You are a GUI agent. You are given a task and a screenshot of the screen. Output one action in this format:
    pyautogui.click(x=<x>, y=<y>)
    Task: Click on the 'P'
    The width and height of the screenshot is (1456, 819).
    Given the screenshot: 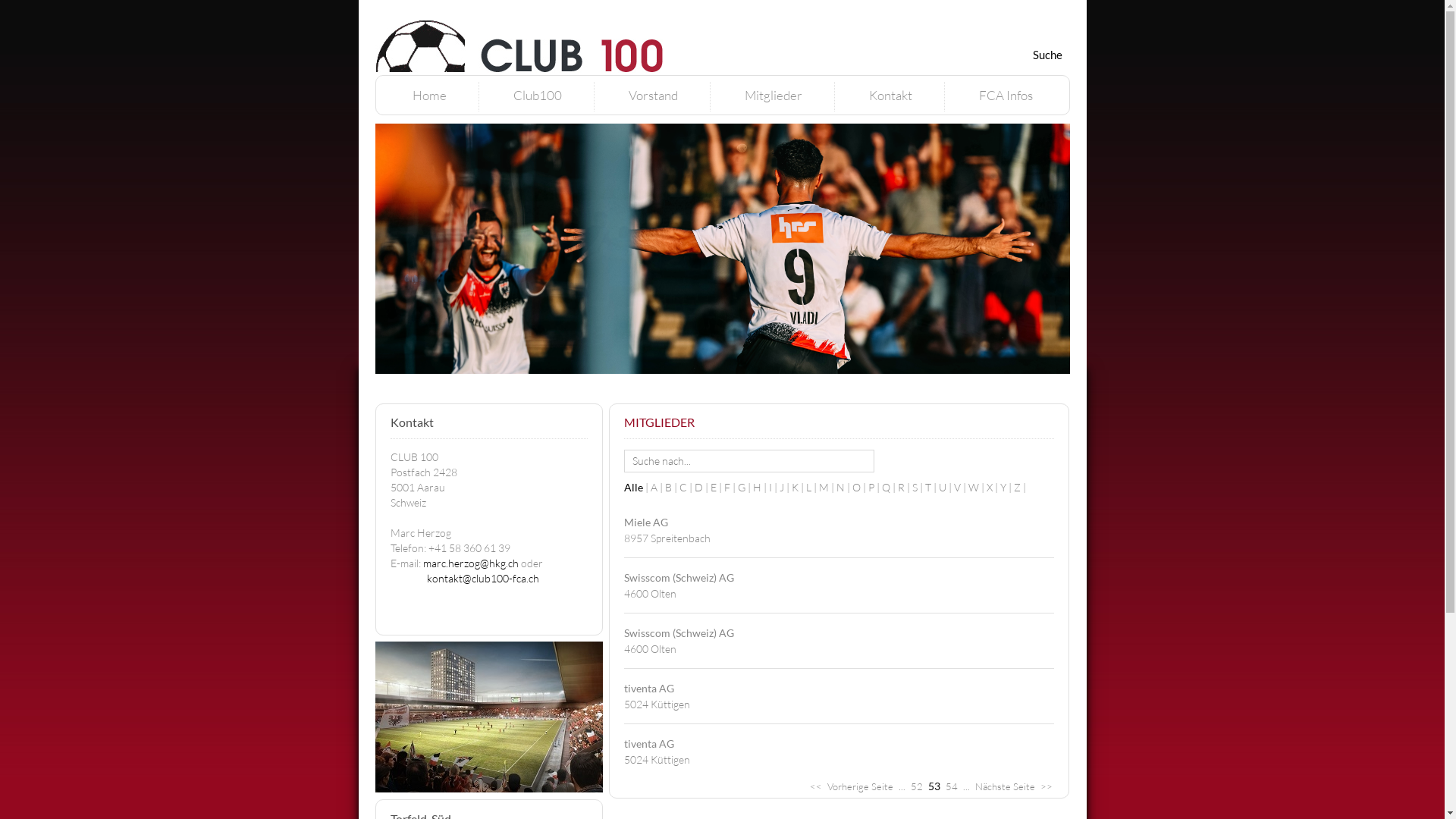 What is the action you would take?
    pyautogui.click(x=874, y=487)
    